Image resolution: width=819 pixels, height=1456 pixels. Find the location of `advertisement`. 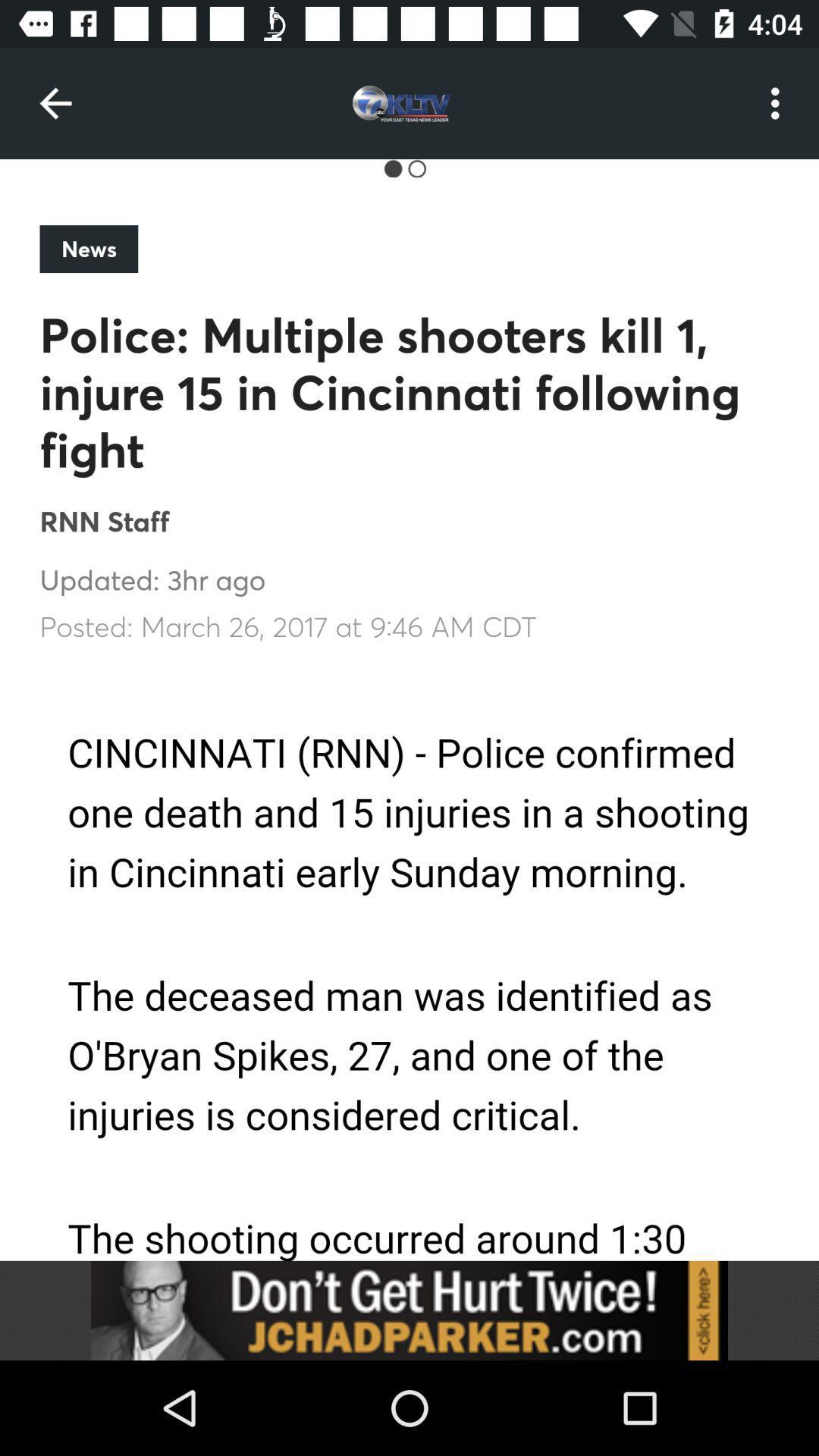

advertisement is located at coordinates (409, 1310).